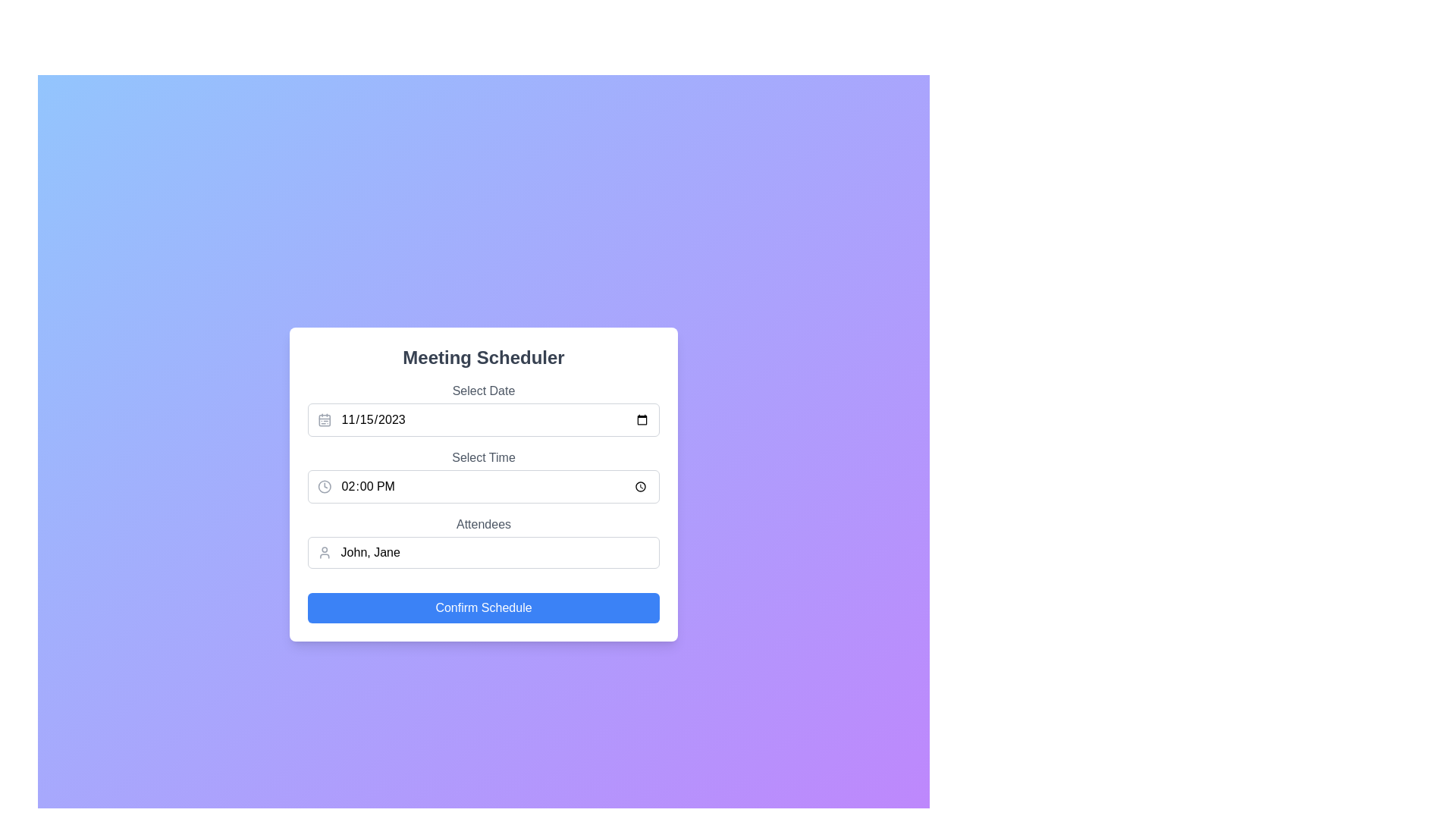  I want to click on the SVG clock icon located at the top left corner of the 'Select Time' input field, positioned before the time value '02:00 PM', so click(324, 486).